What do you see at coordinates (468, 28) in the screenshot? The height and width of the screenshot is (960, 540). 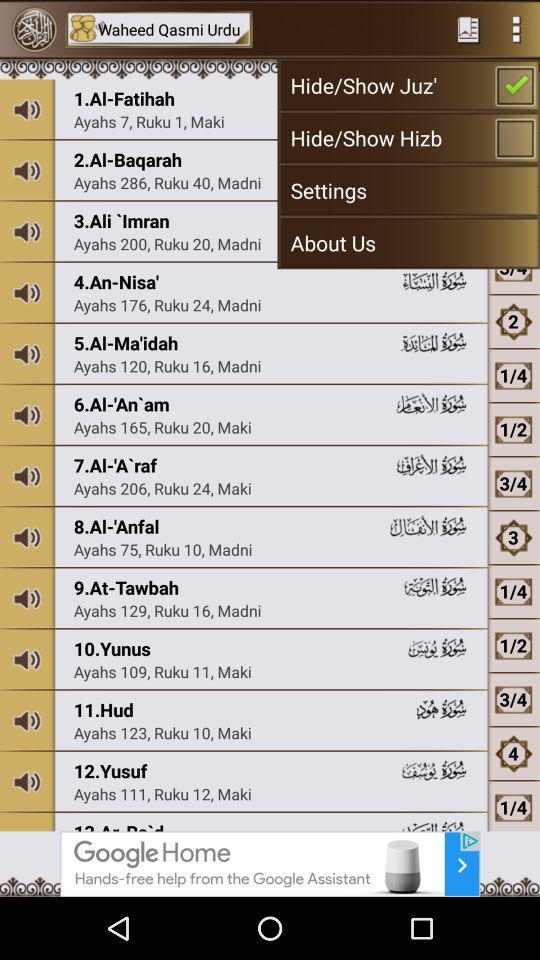 I see `bookmark page` at bounding box center [468, 28].